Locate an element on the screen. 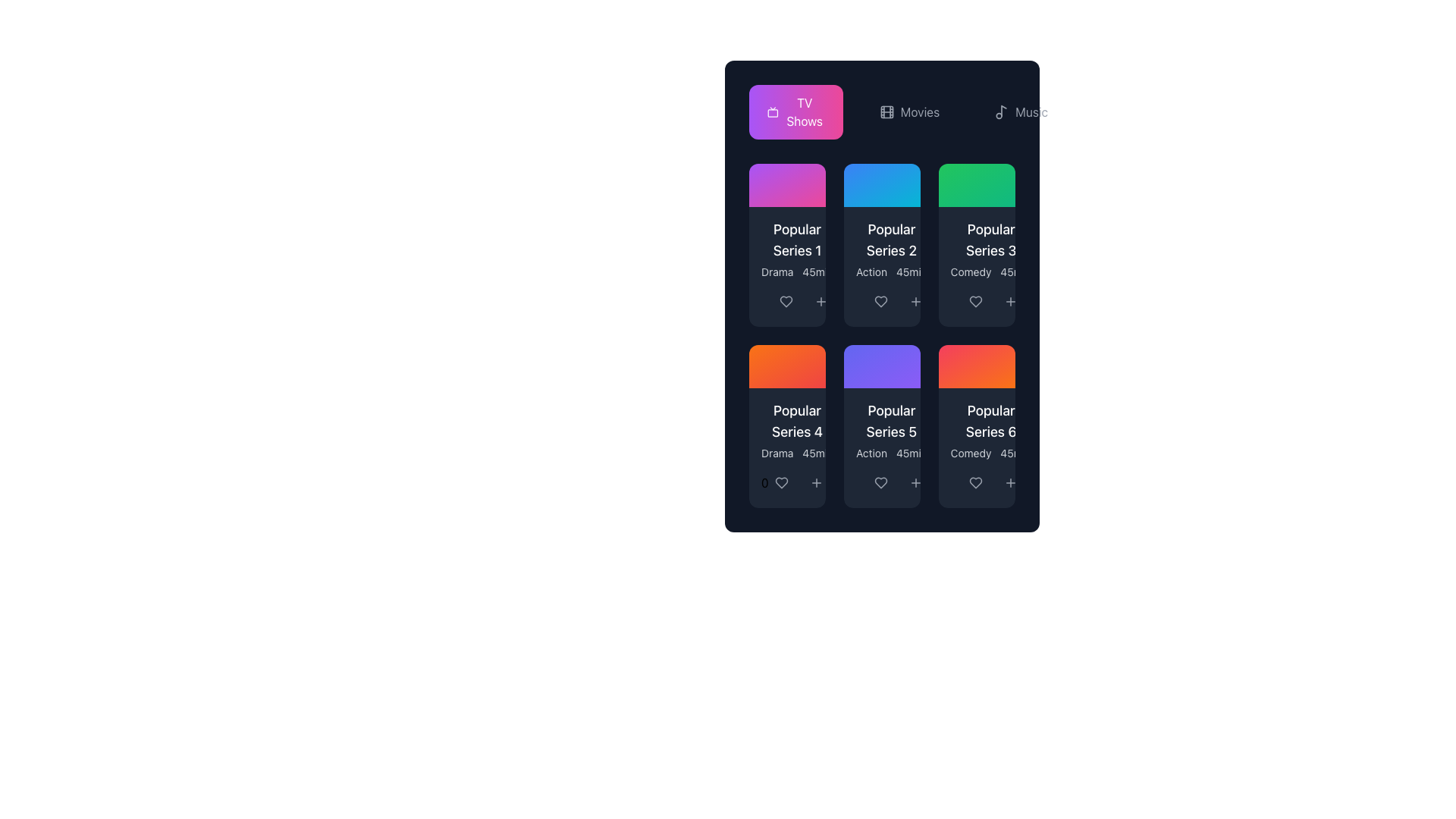 This screenshot has width=1456, height=819. the heart-shaped icon with a hollow outline in the bottom-left corner of the 'Popular Series 3' card to mark it as a favorite is located at coordinates (975, 301).